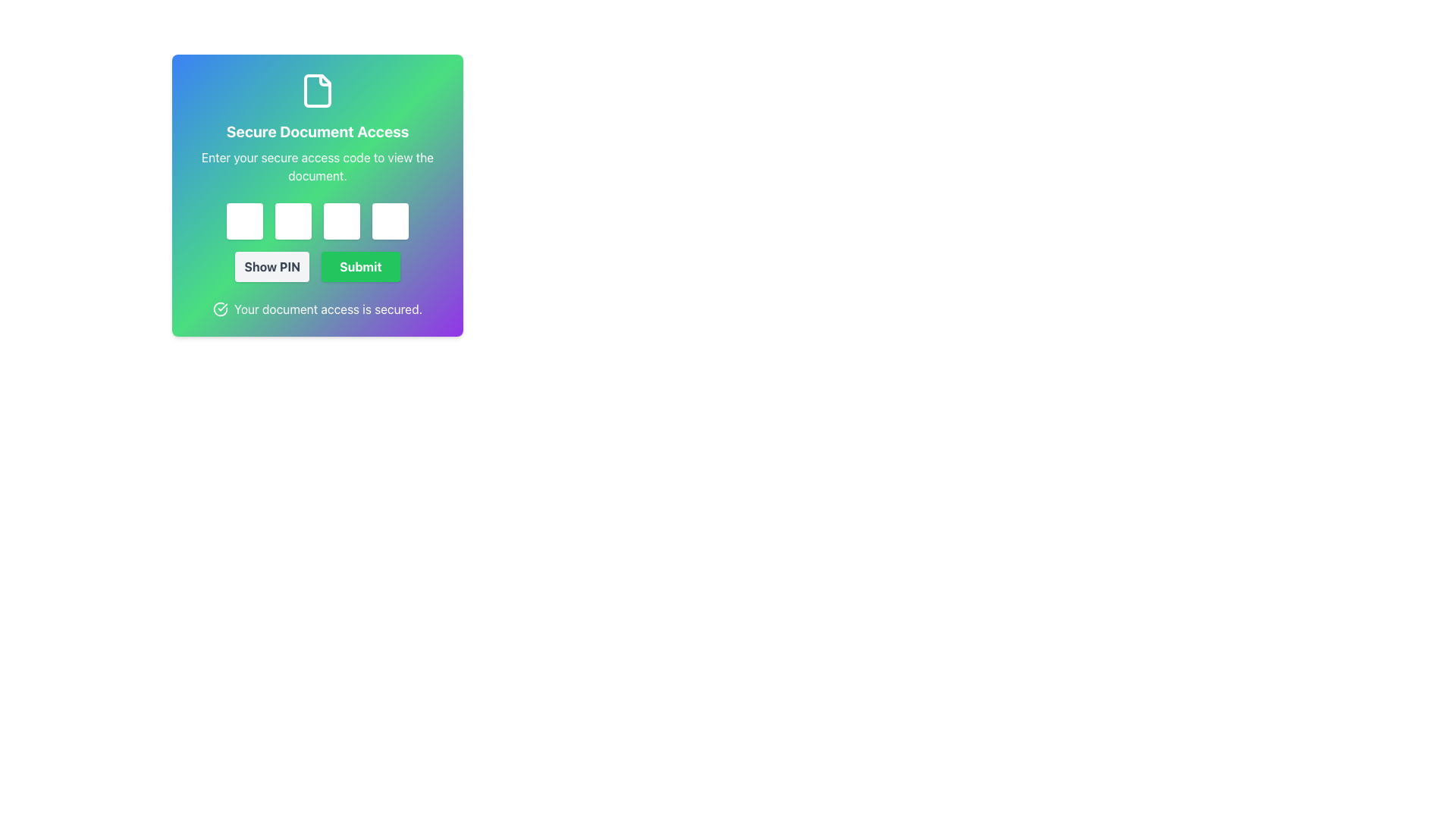 The image size is (1456, 819). Describe the element at coordinates (244, 221) in the screenshot. I see `the first Password input field in the grid layout, which allows the user to input a character of a password` at that location.